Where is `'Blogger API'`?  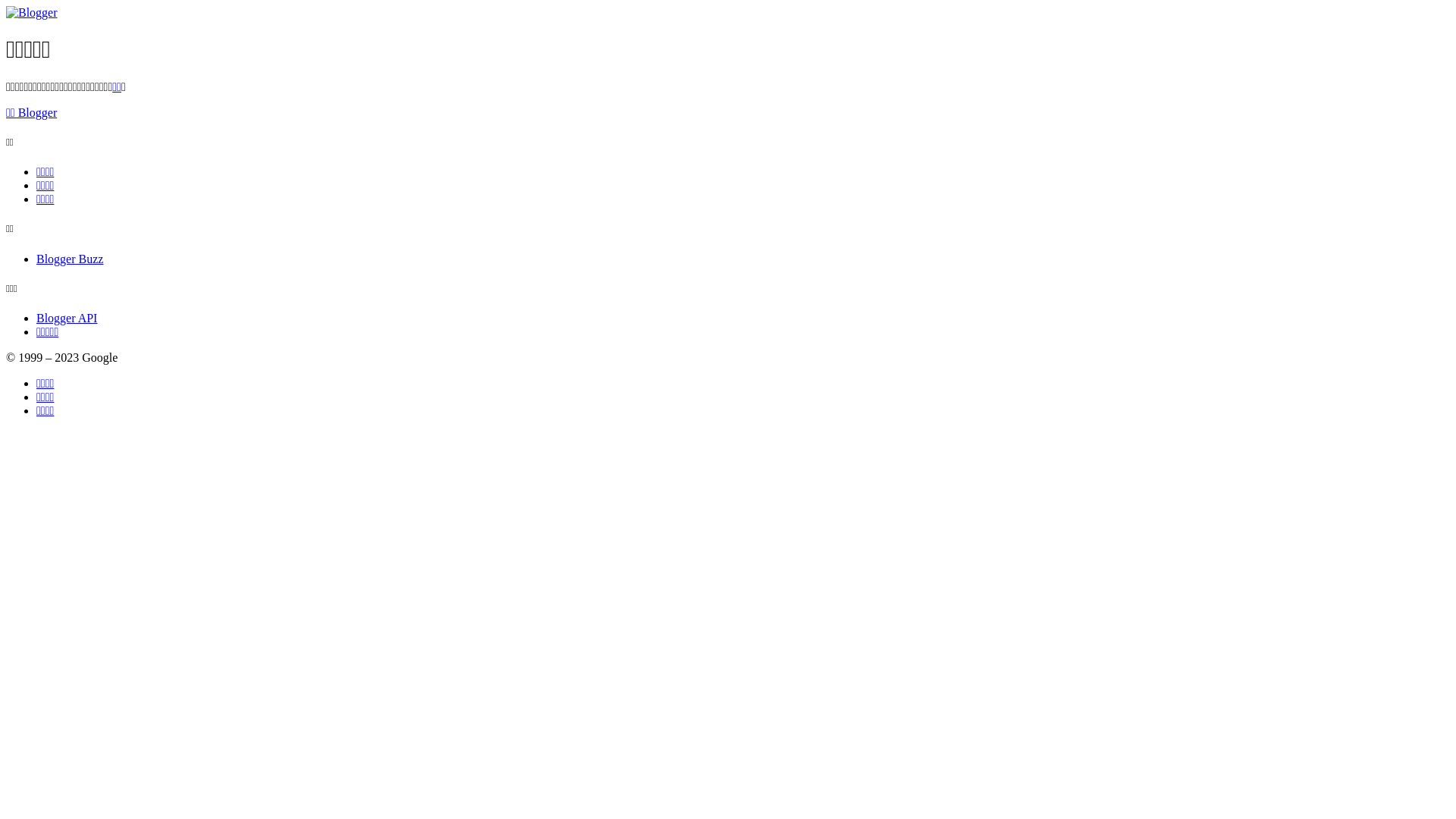
'Blogger API' is located at coordinates (65, 317).